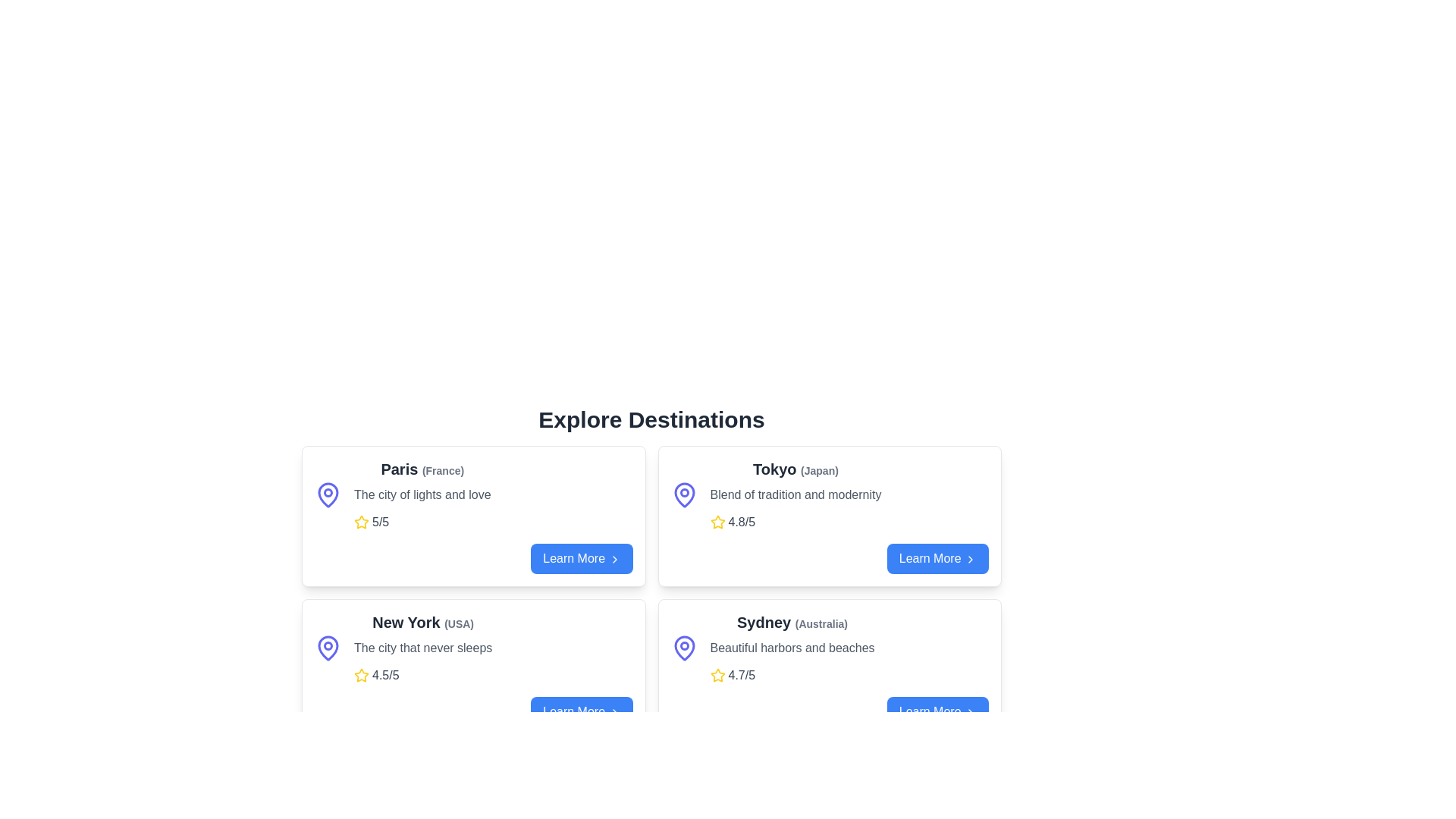 This screenshot has height=819, width=1456. What do you see at coordinates (795, 522) in the screenshot?
I see `the rating information '4.8/5' displayed in gray text, located` at bounding box center [795, 522].